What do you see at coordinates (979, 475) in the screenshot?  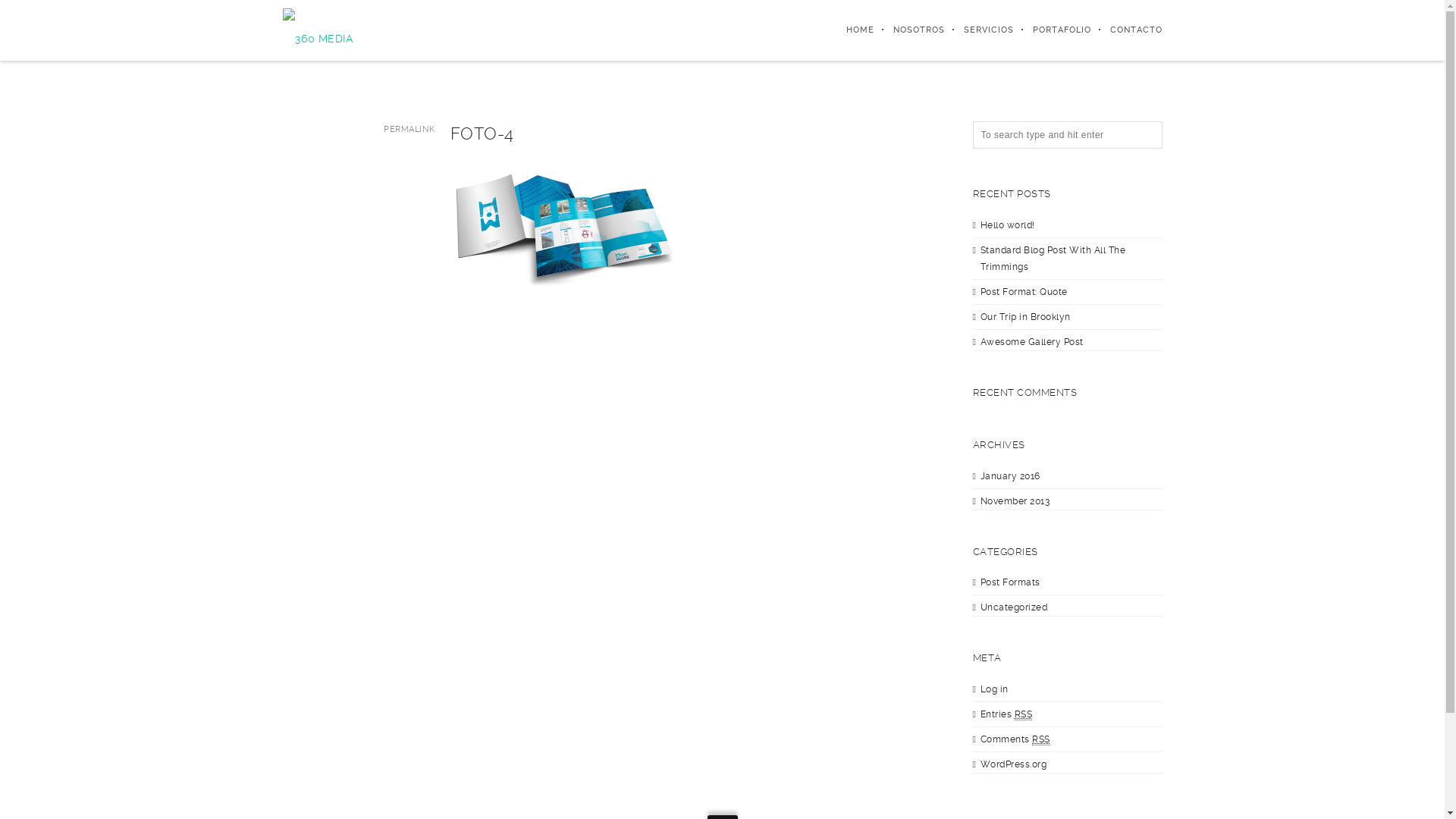 I see `'January 2016'` at bounding box center [979, 475].